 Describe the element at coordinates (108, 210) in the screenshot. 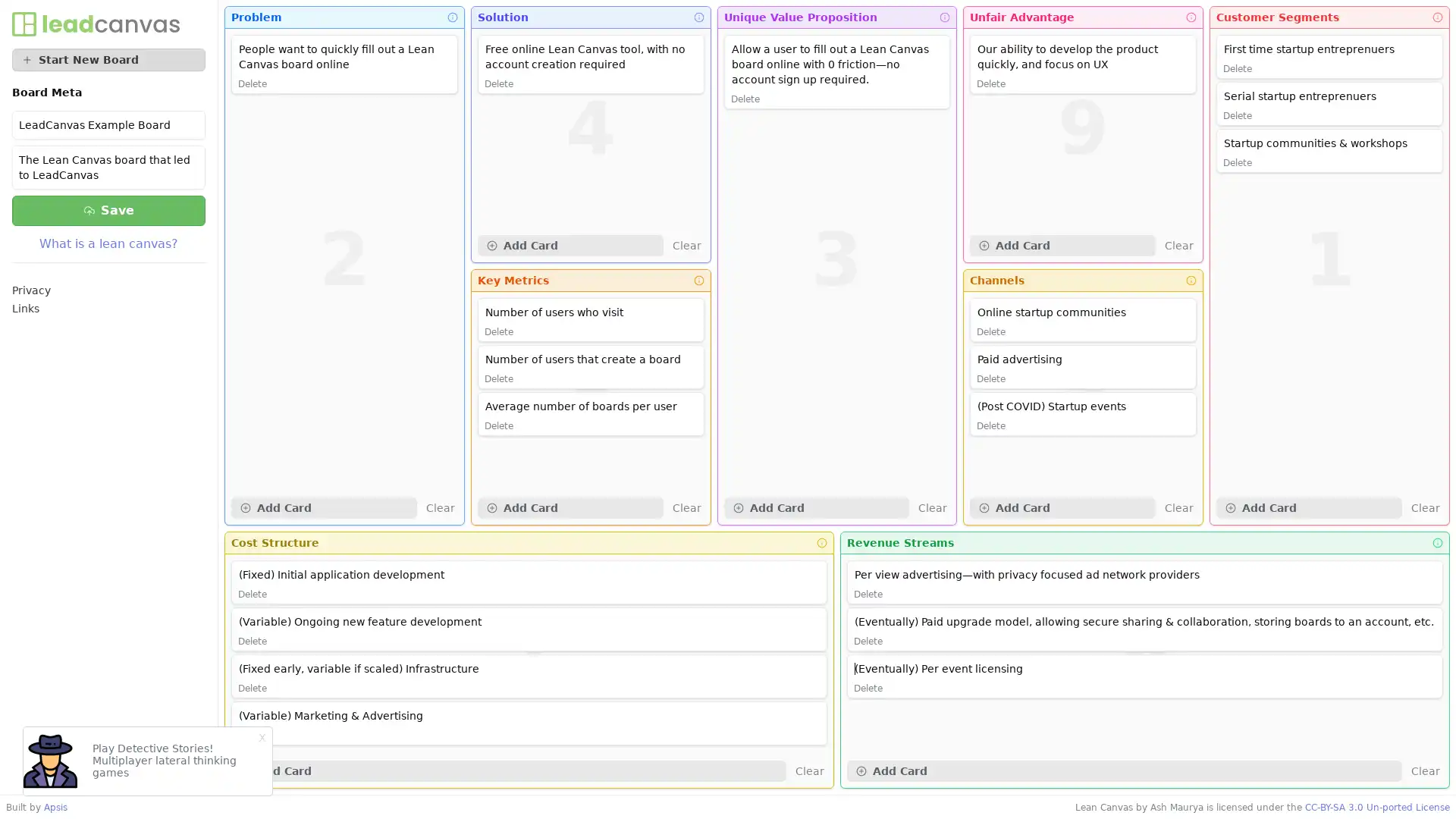

I see `Save` at that location.